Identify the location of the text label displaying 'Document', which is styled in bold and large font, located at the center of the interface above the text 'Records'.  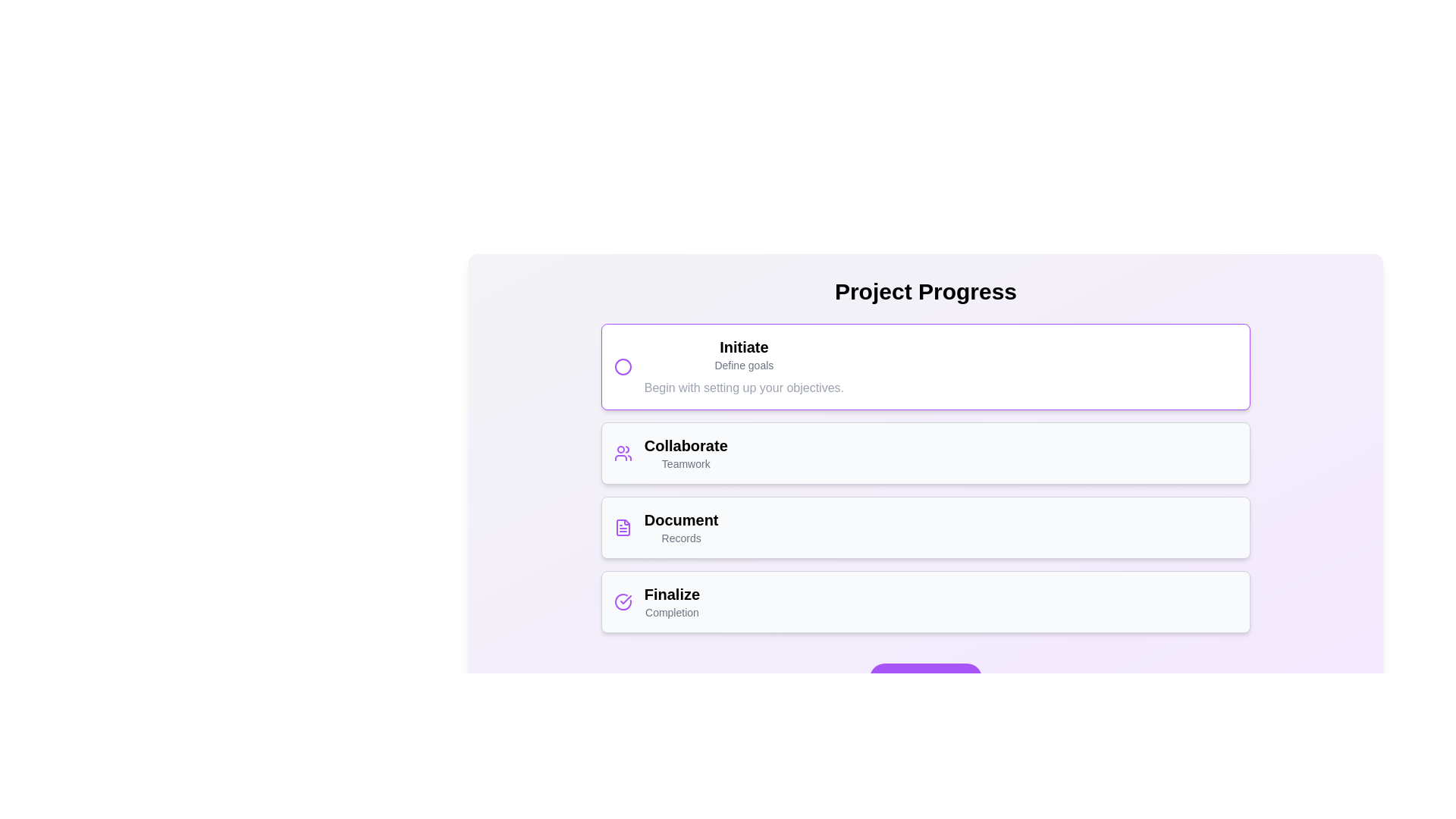
(680, 519).